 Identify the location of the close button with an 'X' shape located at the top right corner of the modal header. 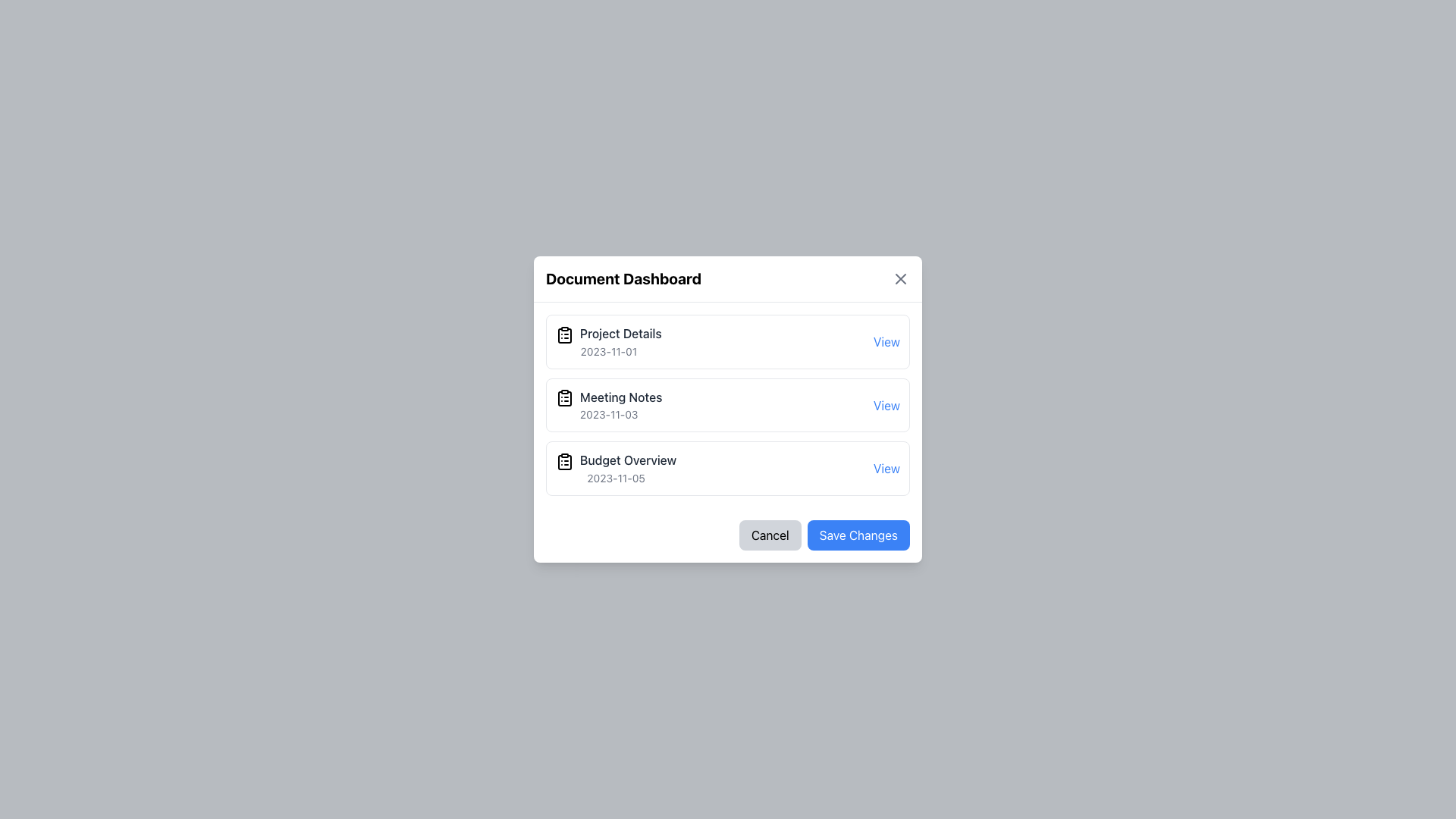
(901, 278).